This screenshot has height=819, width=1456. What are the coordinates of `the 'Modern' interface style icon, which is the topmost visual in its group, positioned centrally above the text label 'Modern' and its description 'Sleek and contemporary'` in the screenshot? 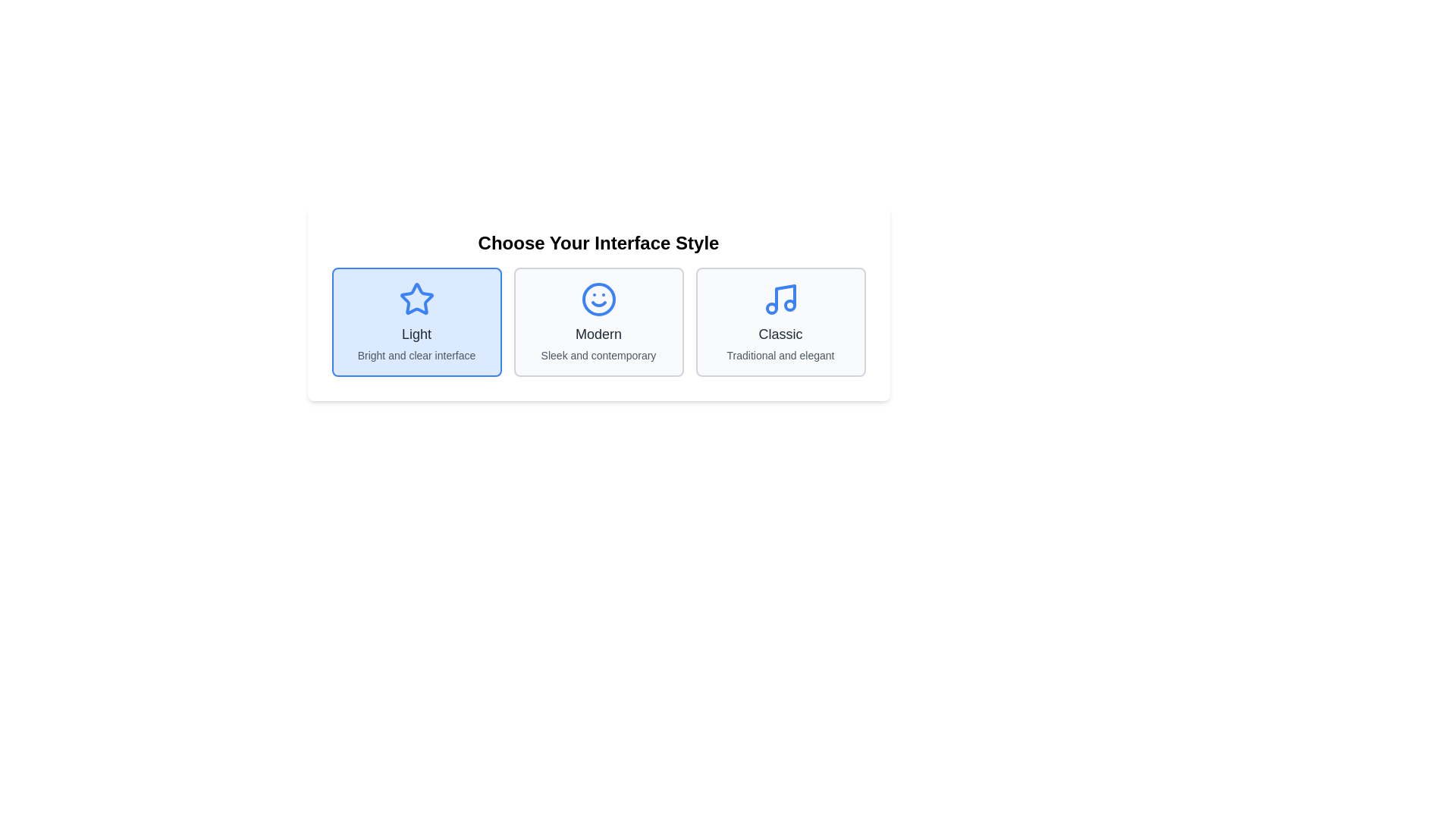 It's located at (598, 299).